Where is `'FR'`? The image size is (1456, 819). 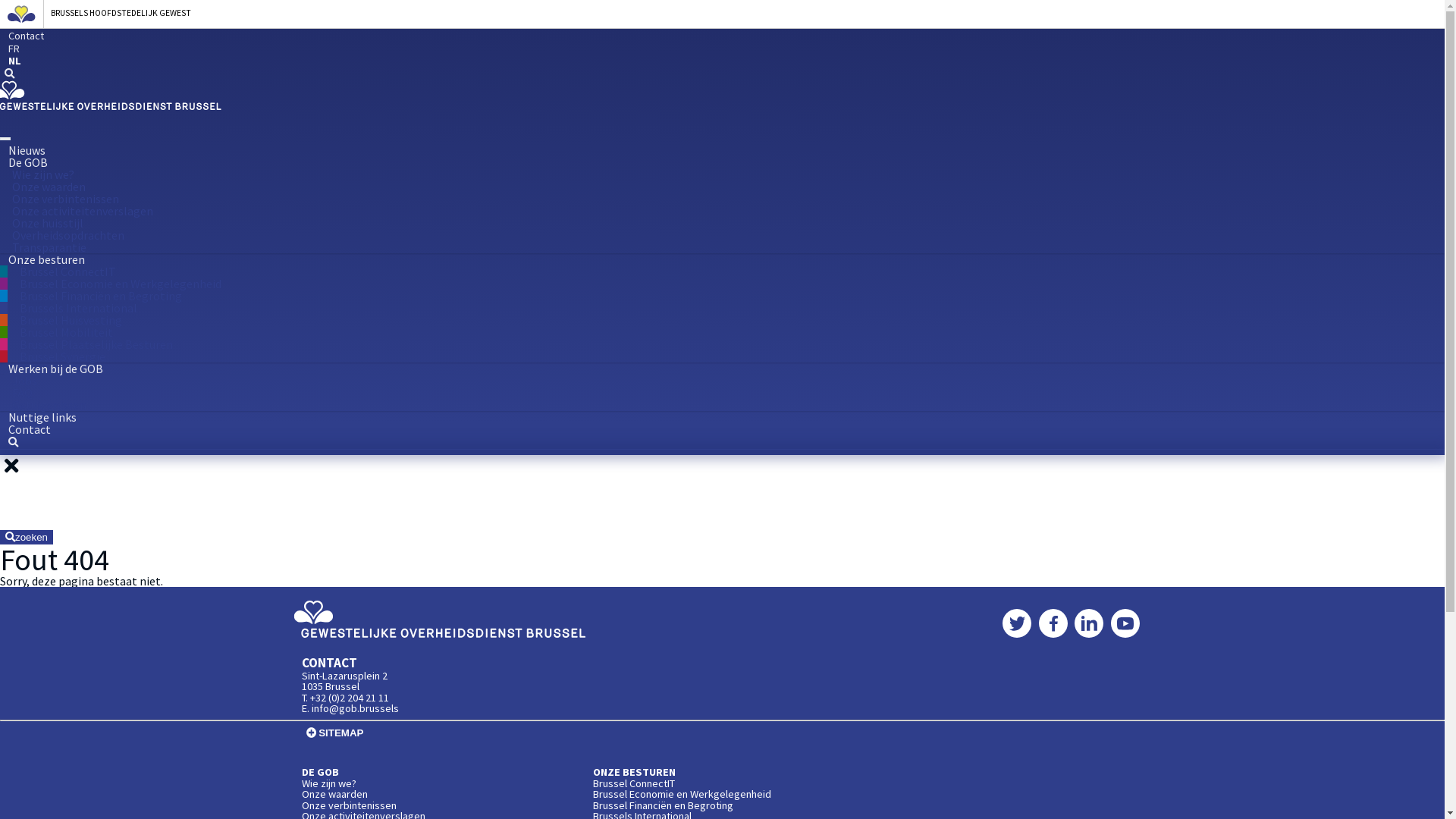 'FR' is located at coordinates (0, 49).